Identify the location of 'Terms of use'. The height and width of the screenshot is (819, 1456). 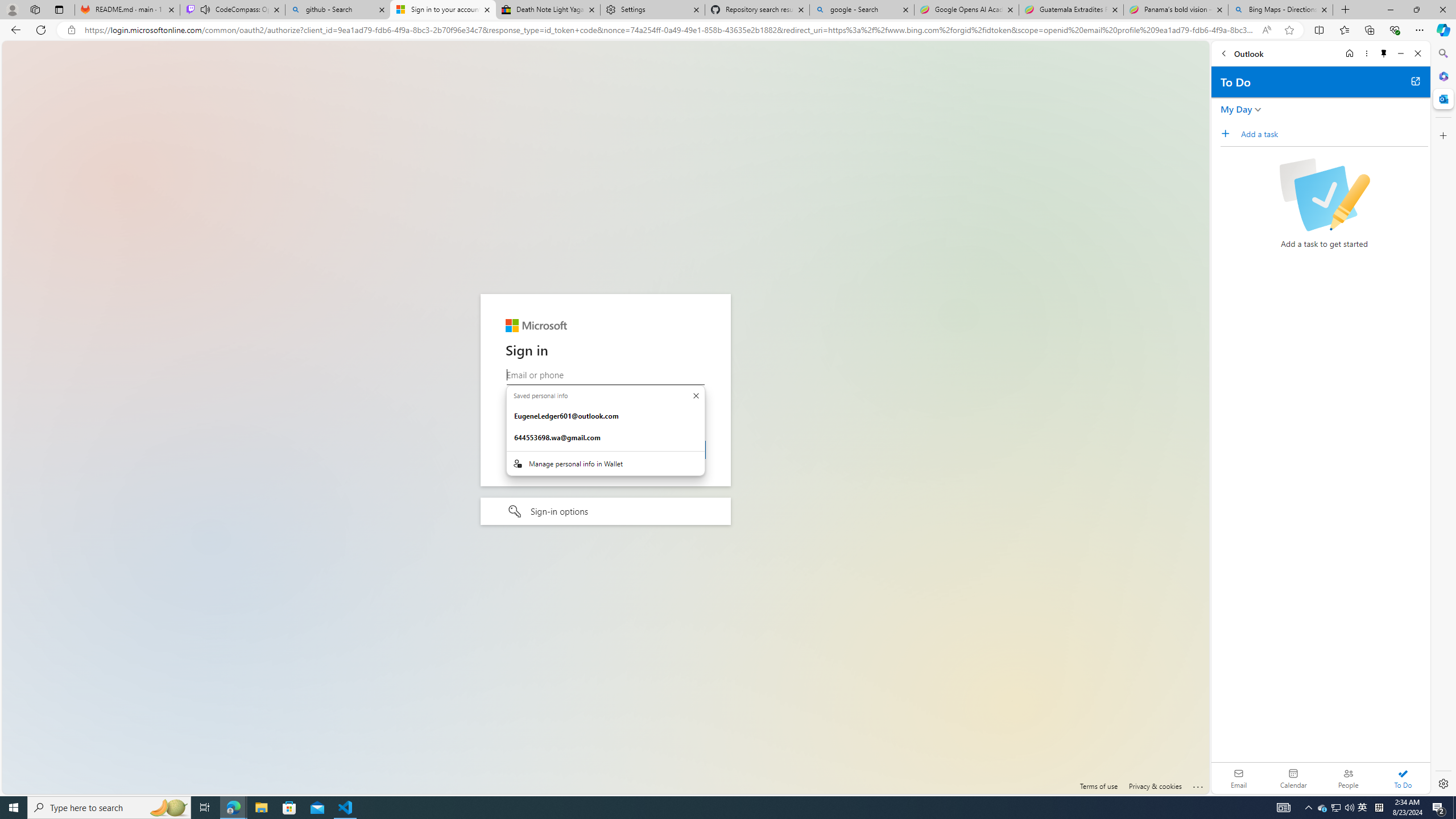
(1098, 786).